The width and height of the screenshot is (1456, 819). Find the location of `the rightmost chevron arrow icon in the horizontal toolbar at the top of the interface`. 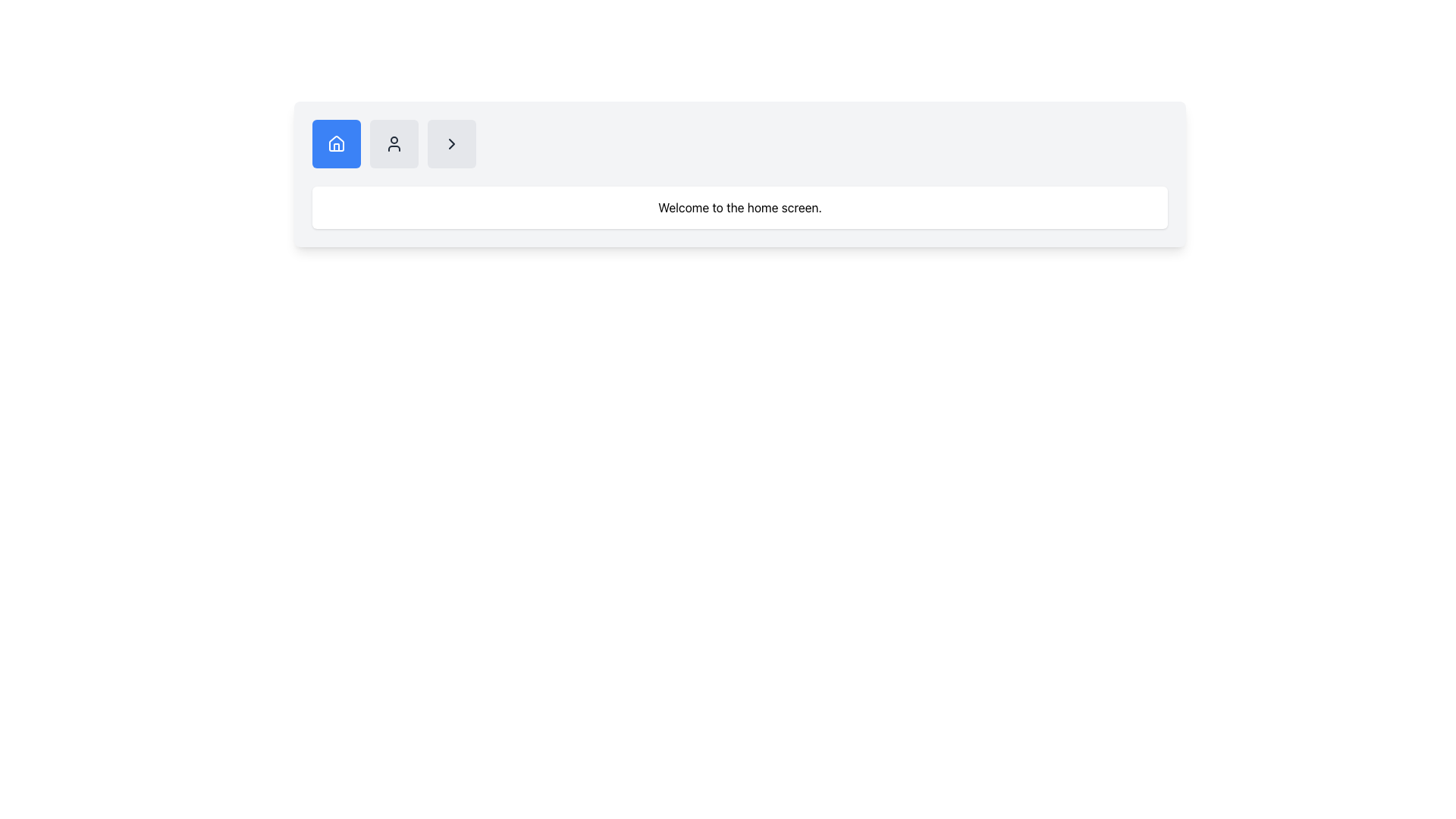

the rightmost chevron arrow icon in the horizontal toolbar at the top of the interface is located at coordinates (450, 143).